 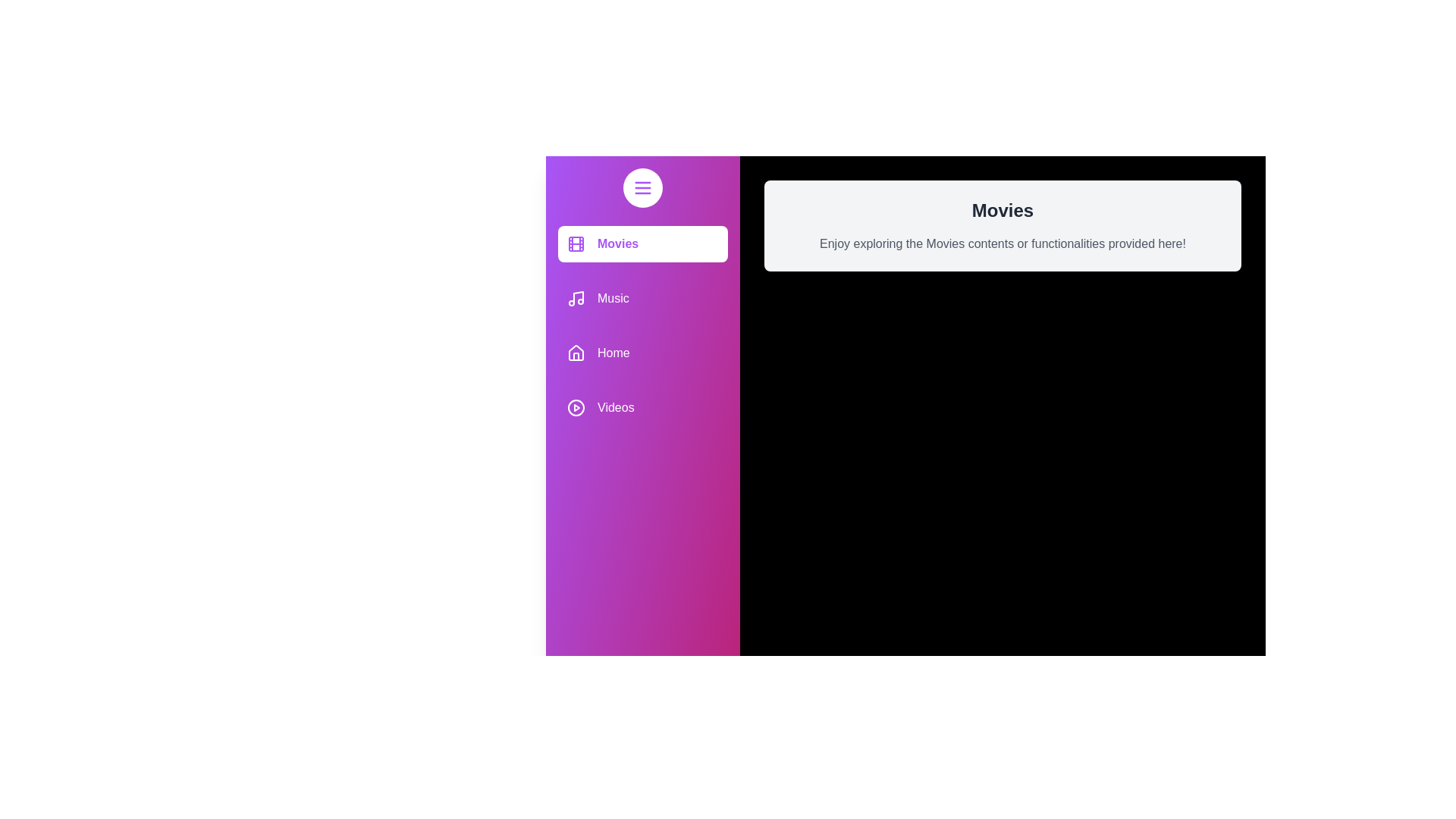 What do you see at coordinates (643, 243) in the screenshot?
I see `the media category Movies from the list` at bounding box center [643, 243].